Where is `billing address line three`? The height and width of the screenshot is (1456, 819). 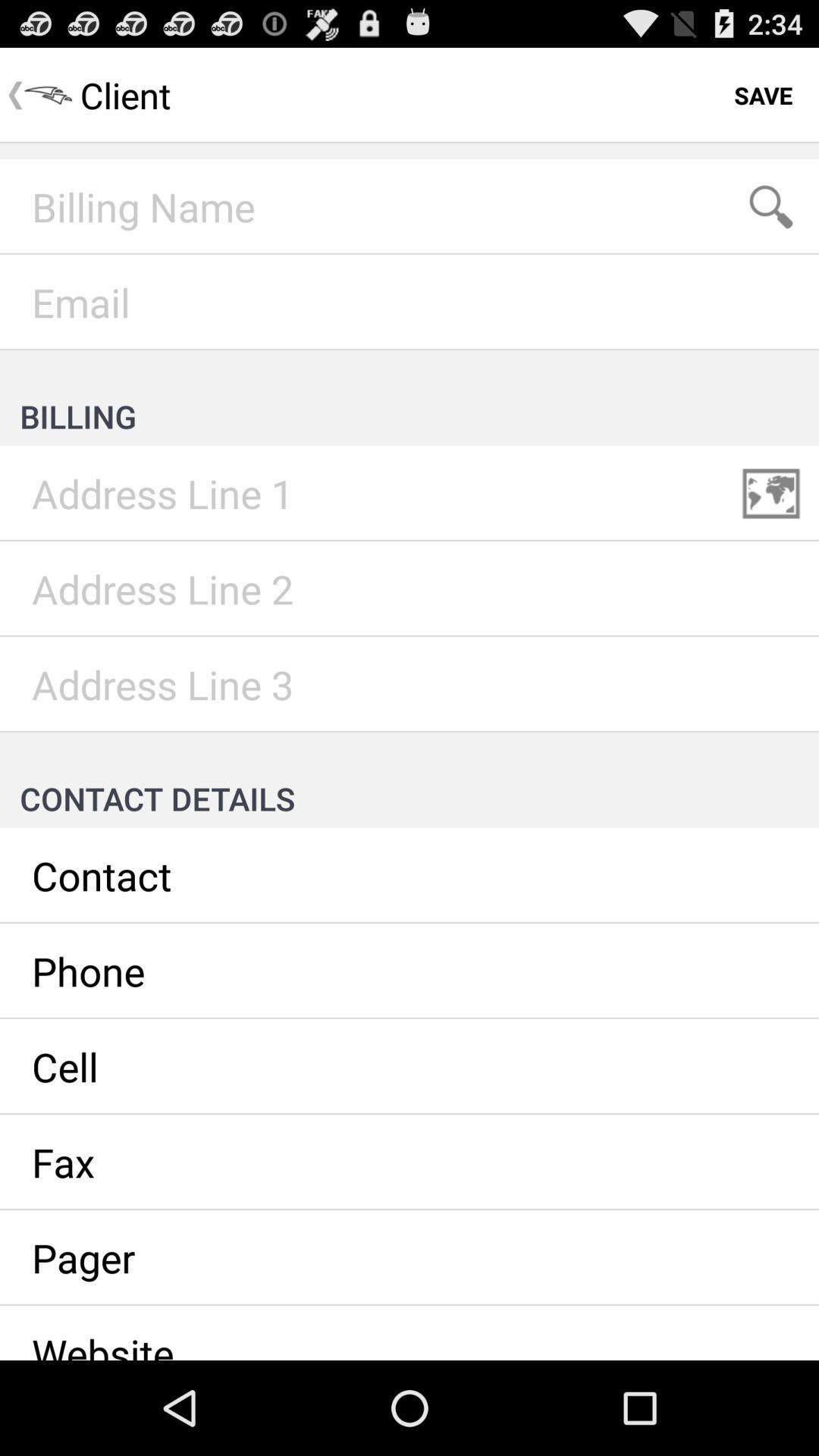 billing address line three is located at coordinates (409, 683).